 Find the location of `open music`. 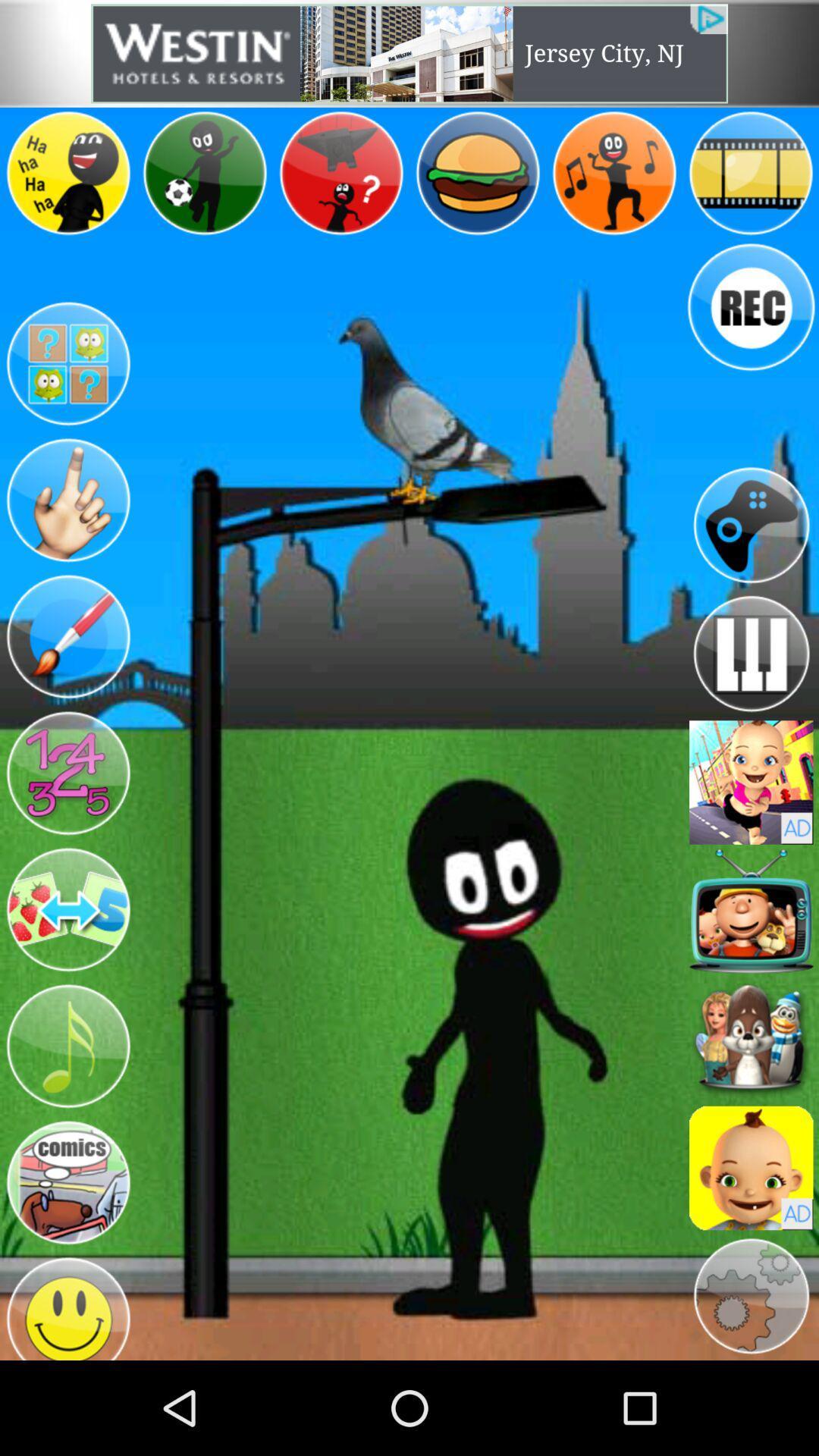

open music is located at coordinates (67, 1046).